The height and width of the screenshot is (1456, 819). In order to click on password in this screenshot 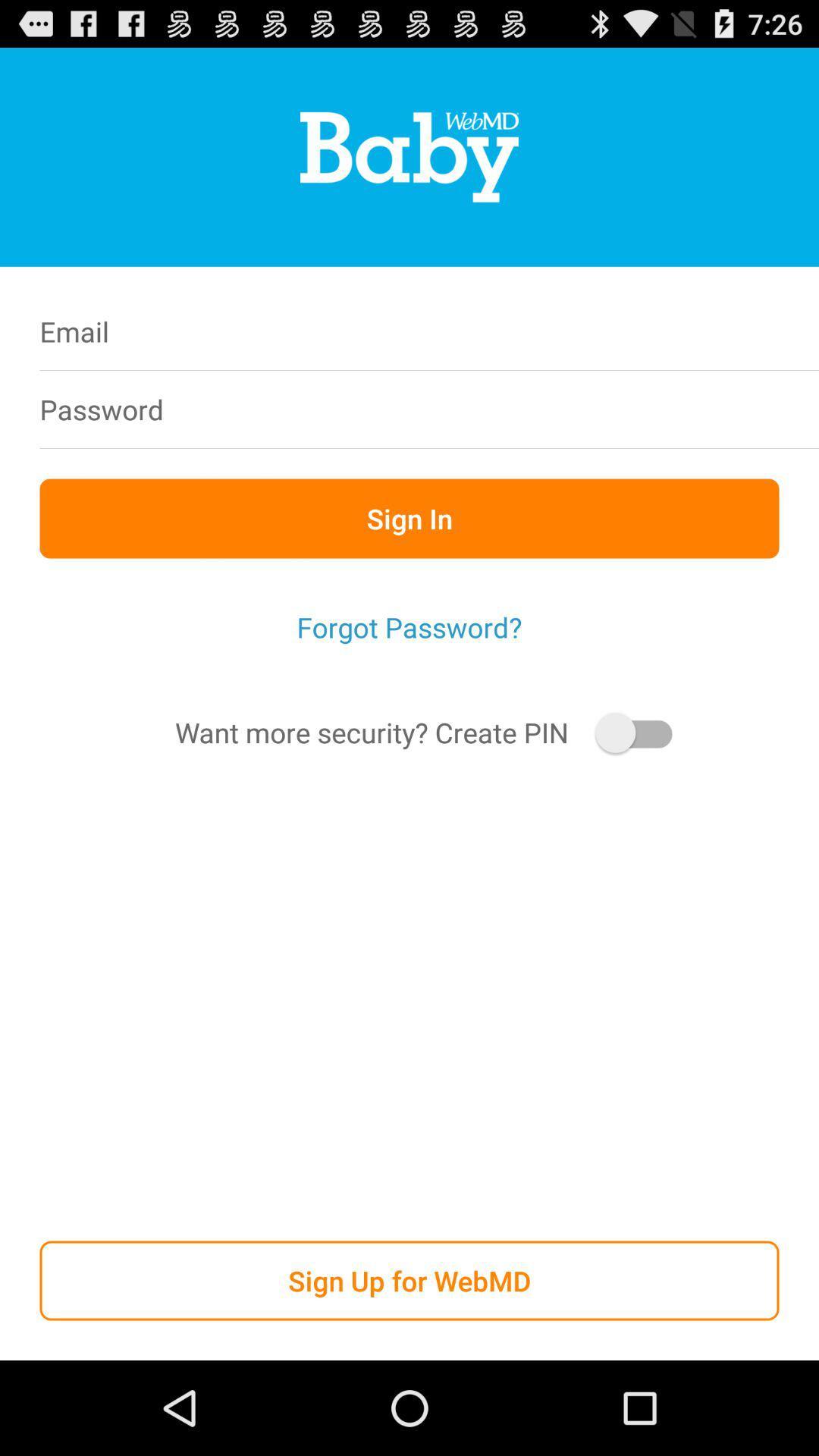, I will do `click(507, 409)`.